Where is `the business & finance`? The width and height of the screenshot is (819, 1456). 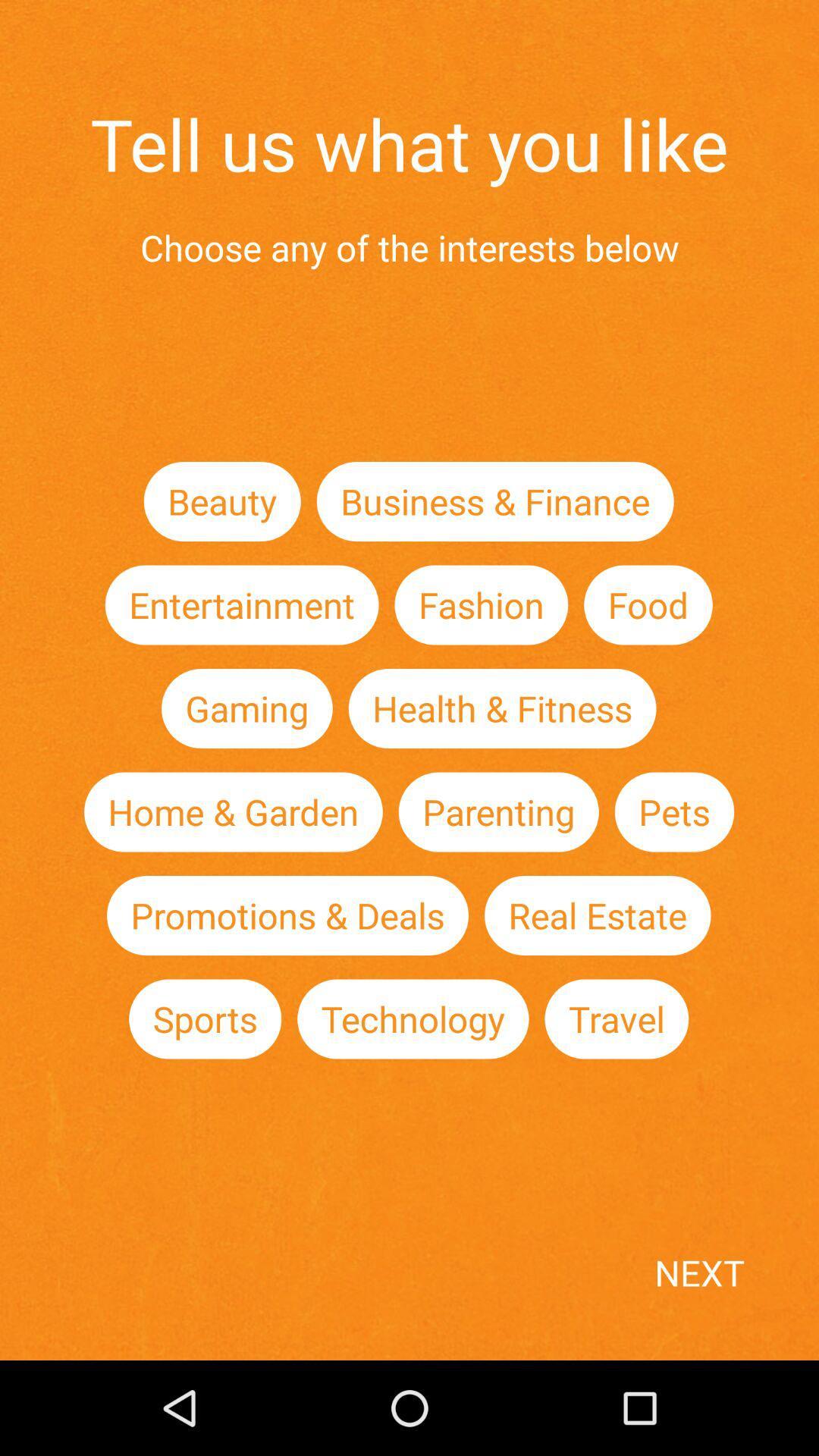
the business & finance is located at coordinates (495, 501).